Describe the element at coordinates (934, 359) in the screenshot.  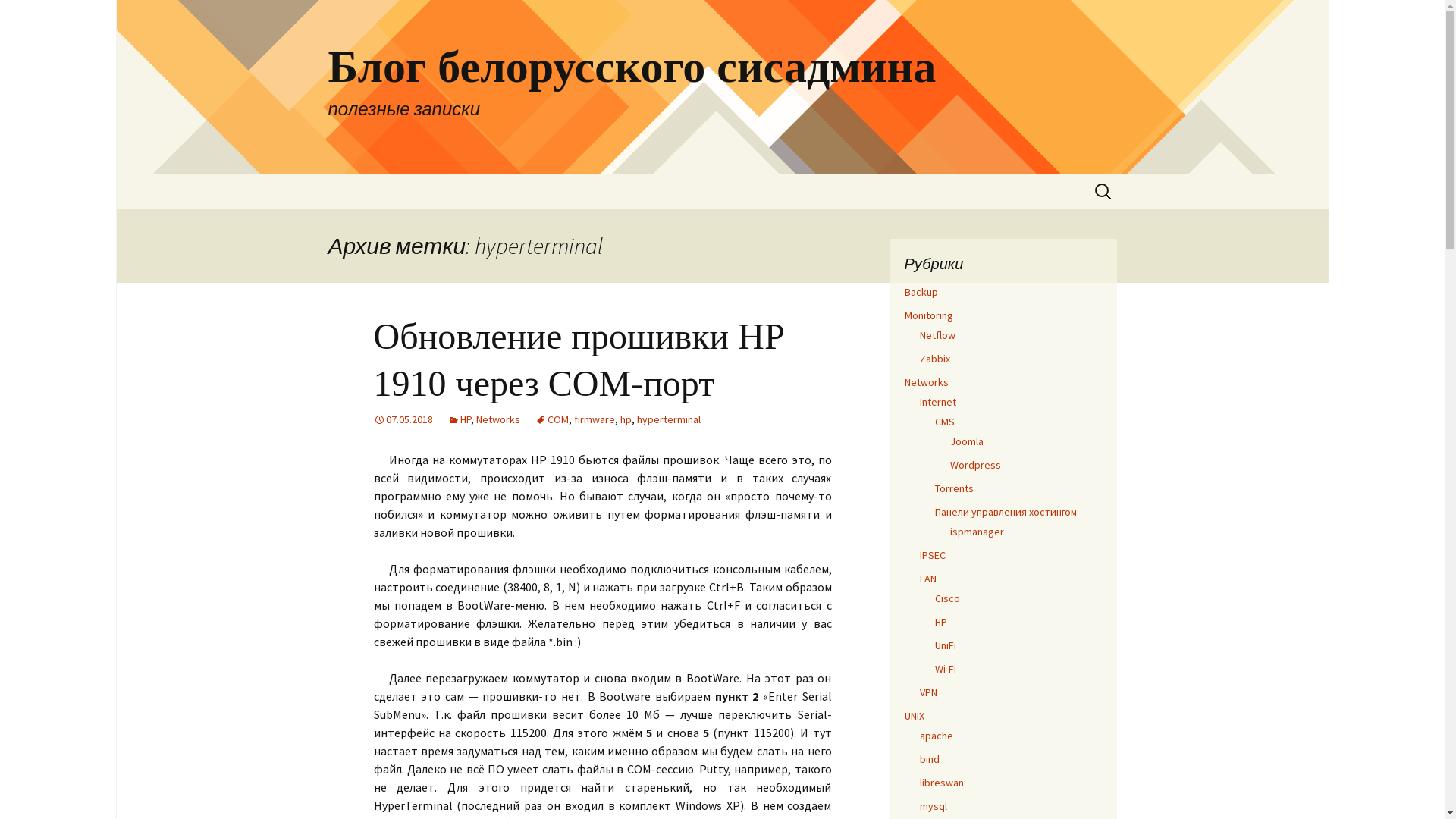
I see `'Zabbix'` at that location.